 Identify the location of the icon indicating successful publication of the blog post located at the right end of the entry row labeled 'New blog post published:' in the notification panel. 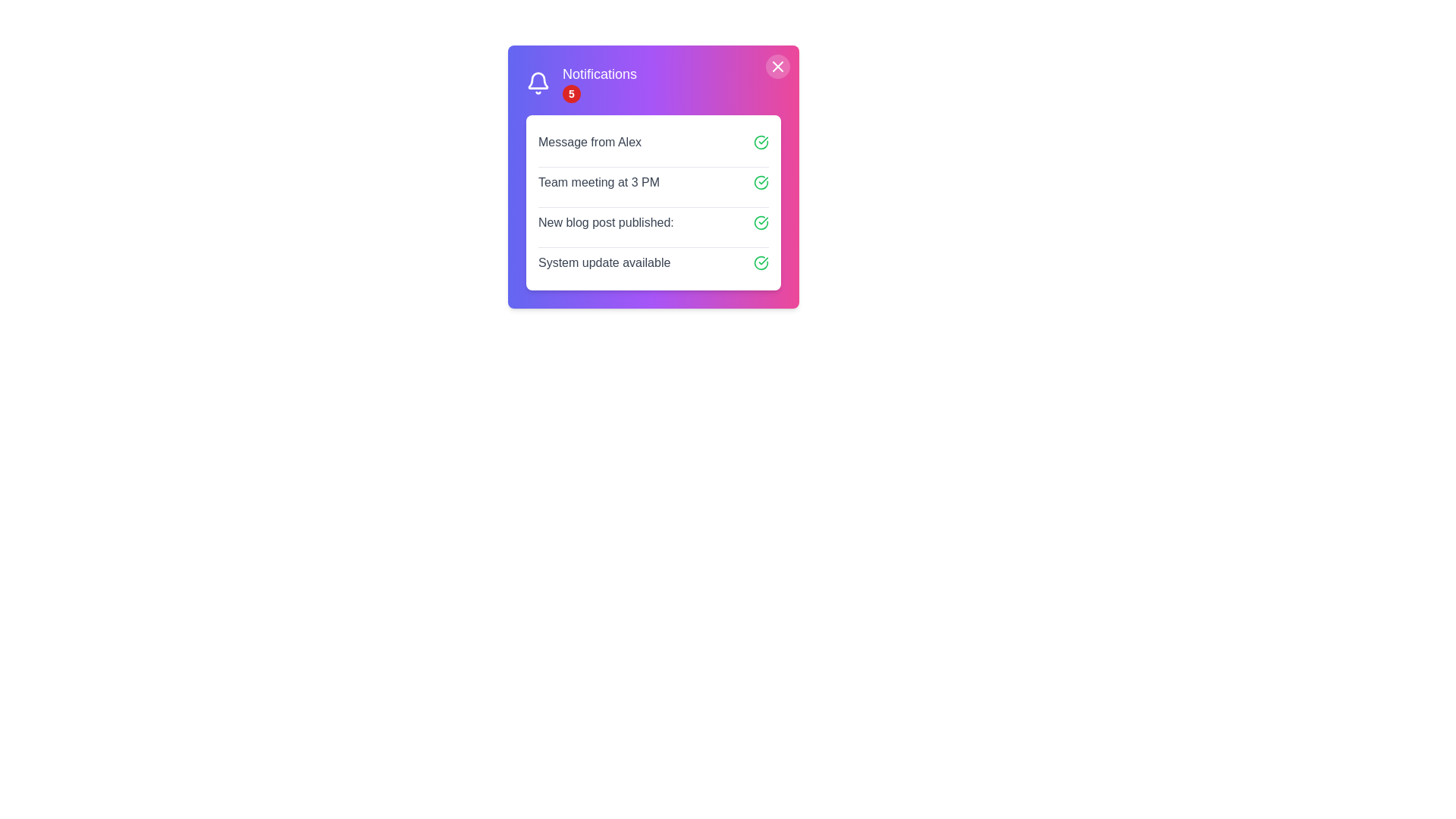
(761, 222).